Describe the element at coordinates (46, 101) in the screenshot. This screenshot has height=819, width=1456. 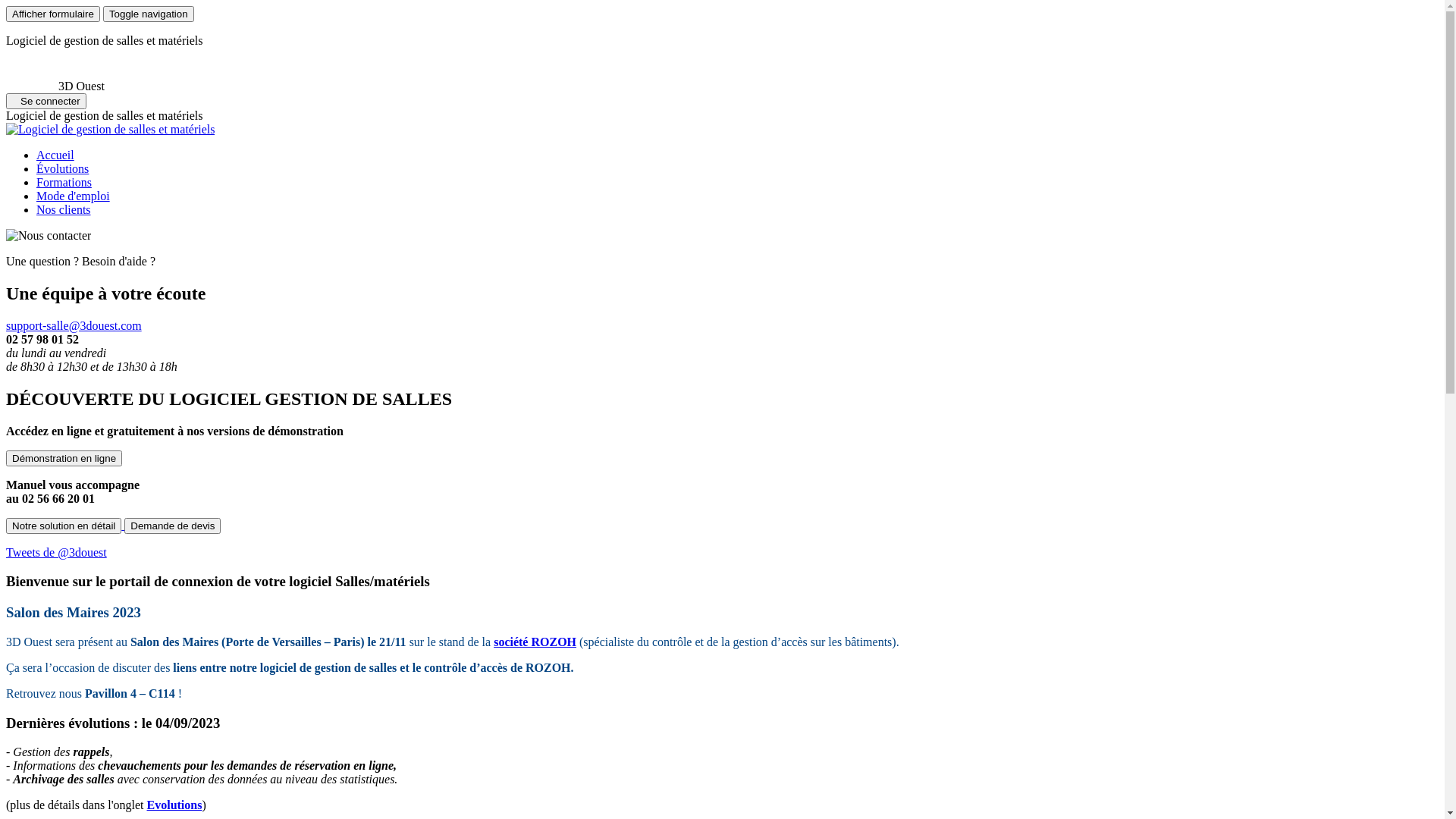
I see `'   Se connecter'` at that location.